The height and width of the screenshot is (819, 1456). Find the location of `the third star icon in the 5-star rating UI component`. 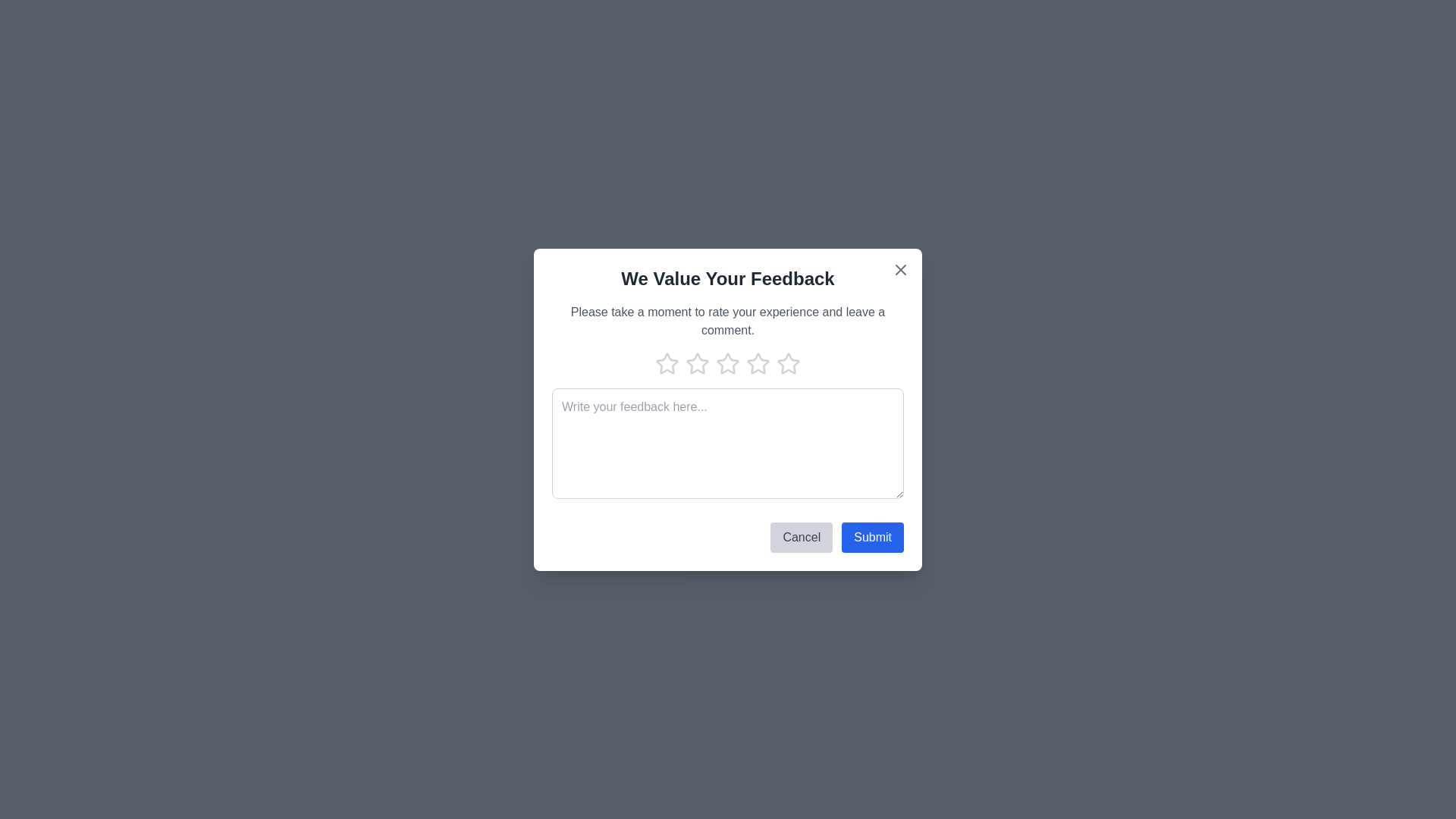

the third star icon in the 5-star rating UI component is located at coordinates (728, 362).